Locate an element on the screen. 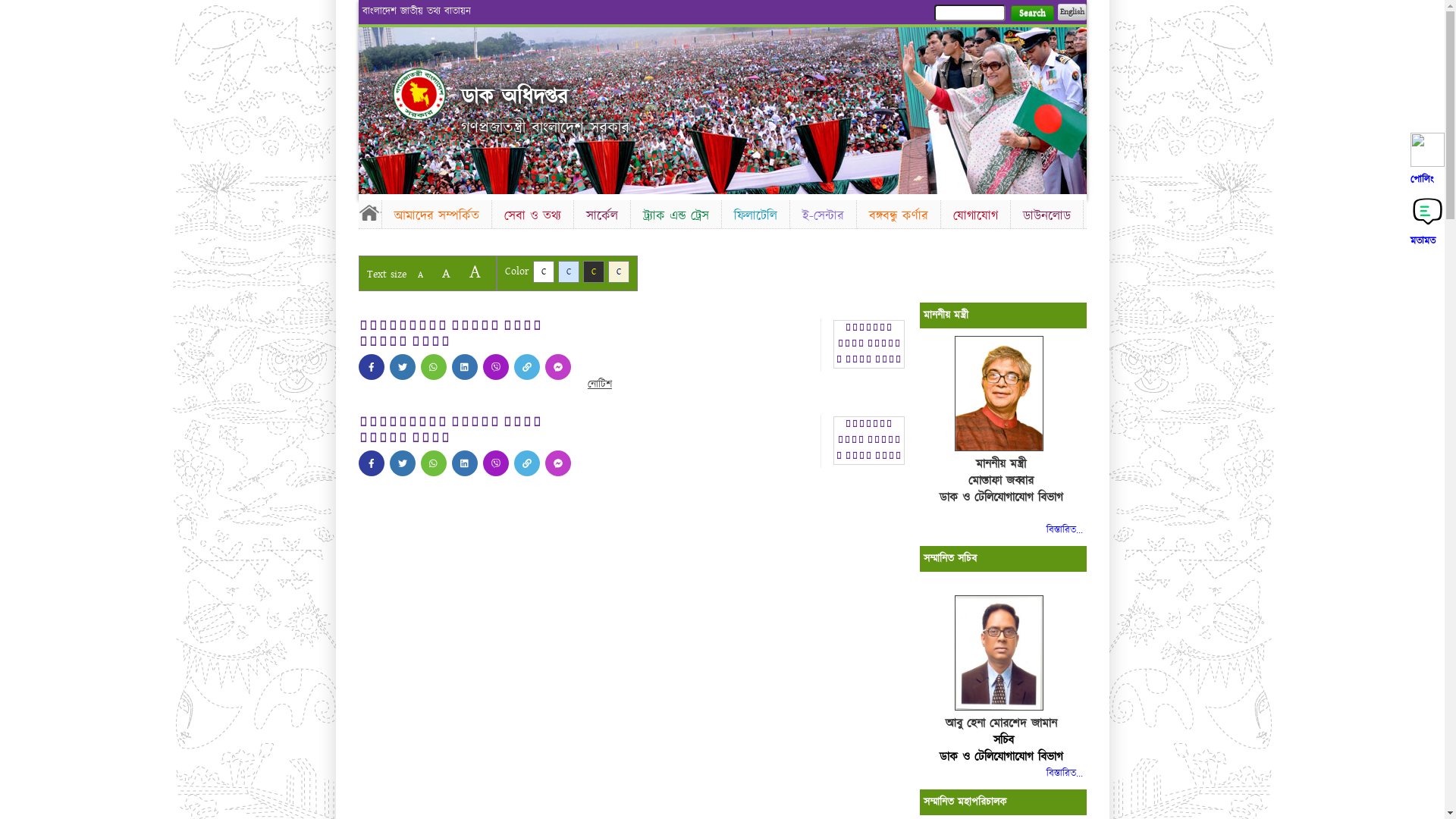 Image resolution: width=1456 pixels, height=819 pixels. 'English' is located at coordinates (1070, 11).